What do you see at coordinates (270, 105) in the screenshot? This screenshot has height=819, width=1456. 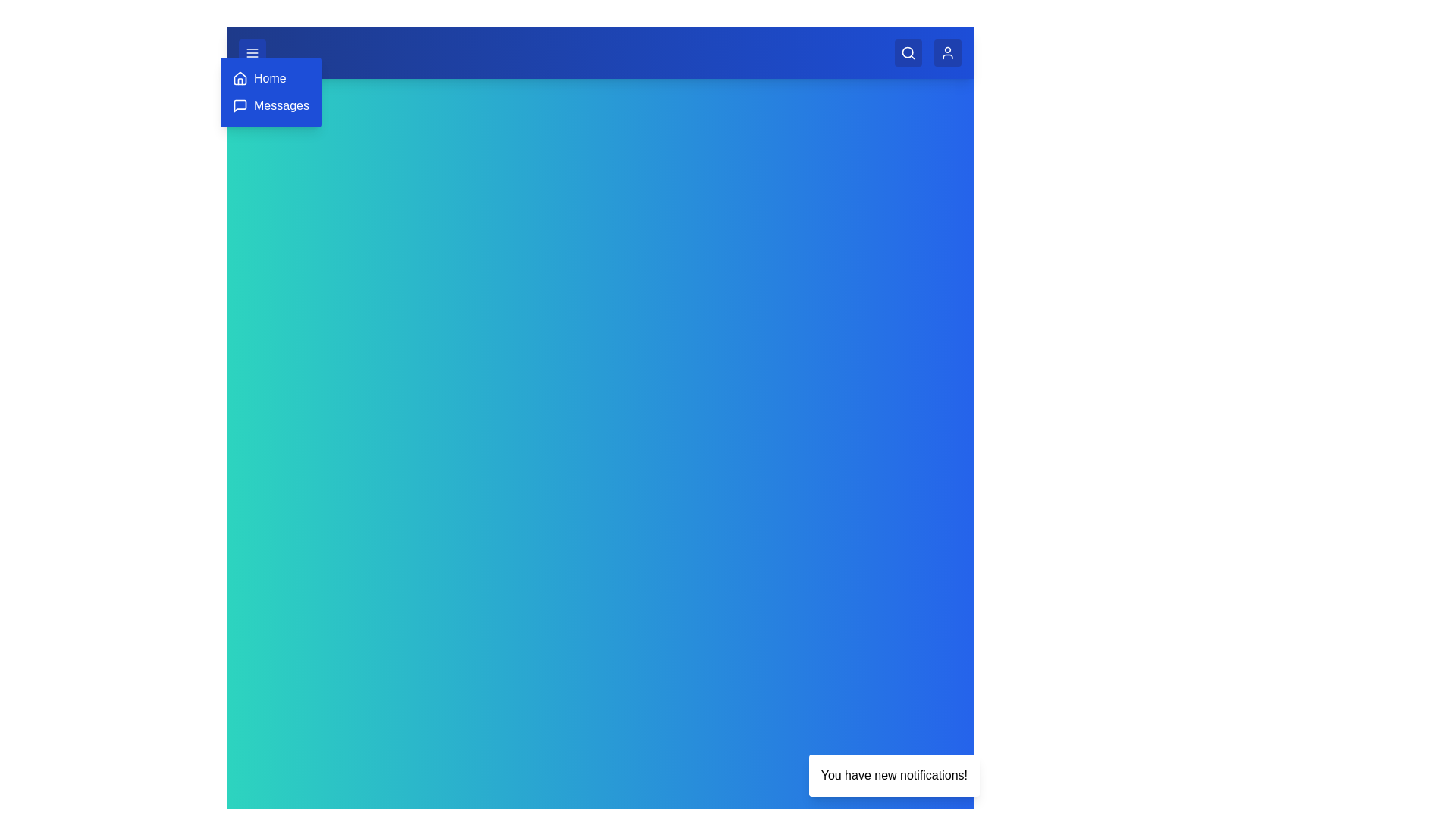 I see `the Messages button in the menu to navigate to the Messages section` at bounding box center [270, 105].